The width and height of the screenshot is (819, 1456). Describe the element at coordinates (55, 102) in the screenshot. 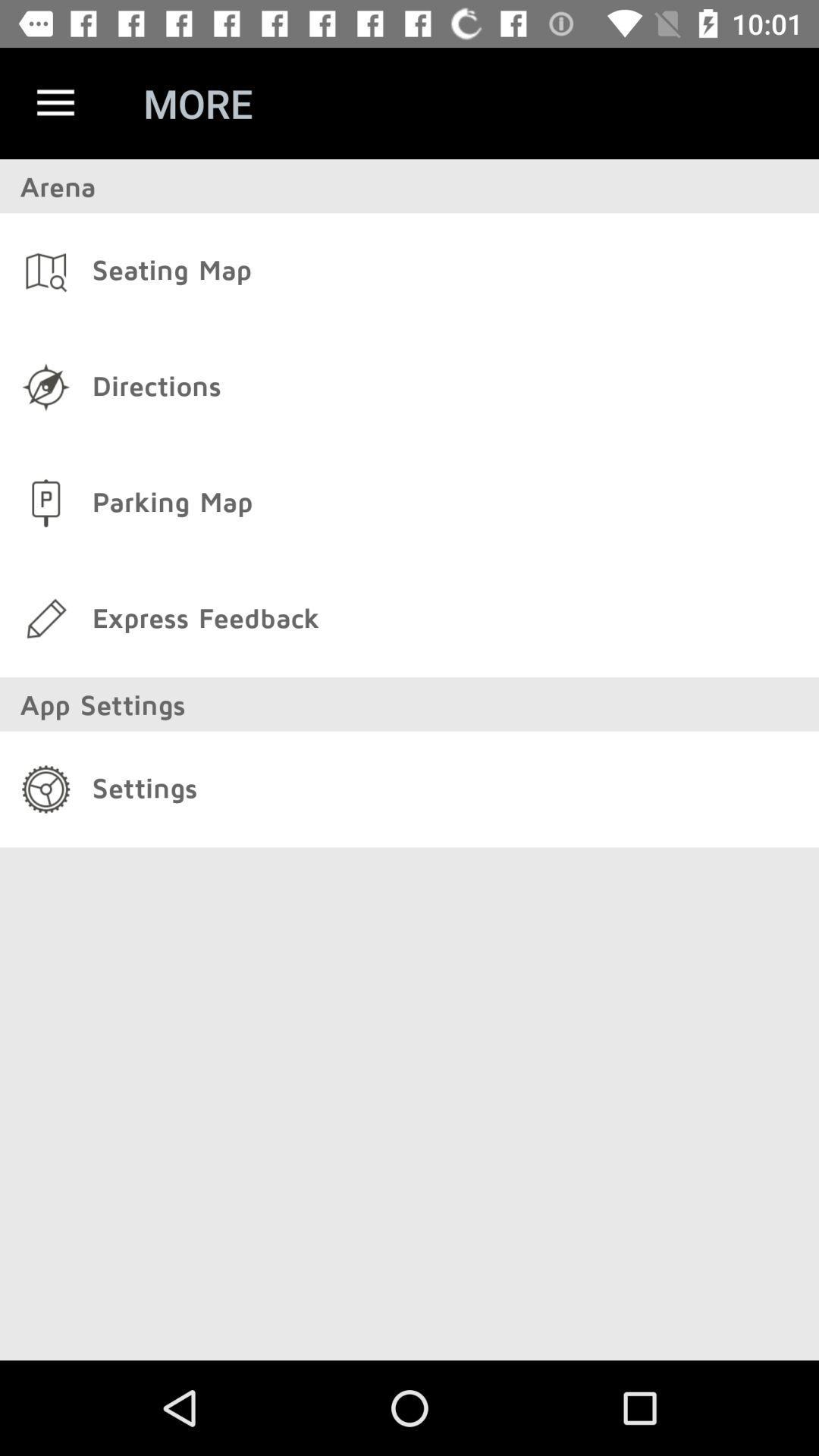

I see `the item next to more icon` at that location.